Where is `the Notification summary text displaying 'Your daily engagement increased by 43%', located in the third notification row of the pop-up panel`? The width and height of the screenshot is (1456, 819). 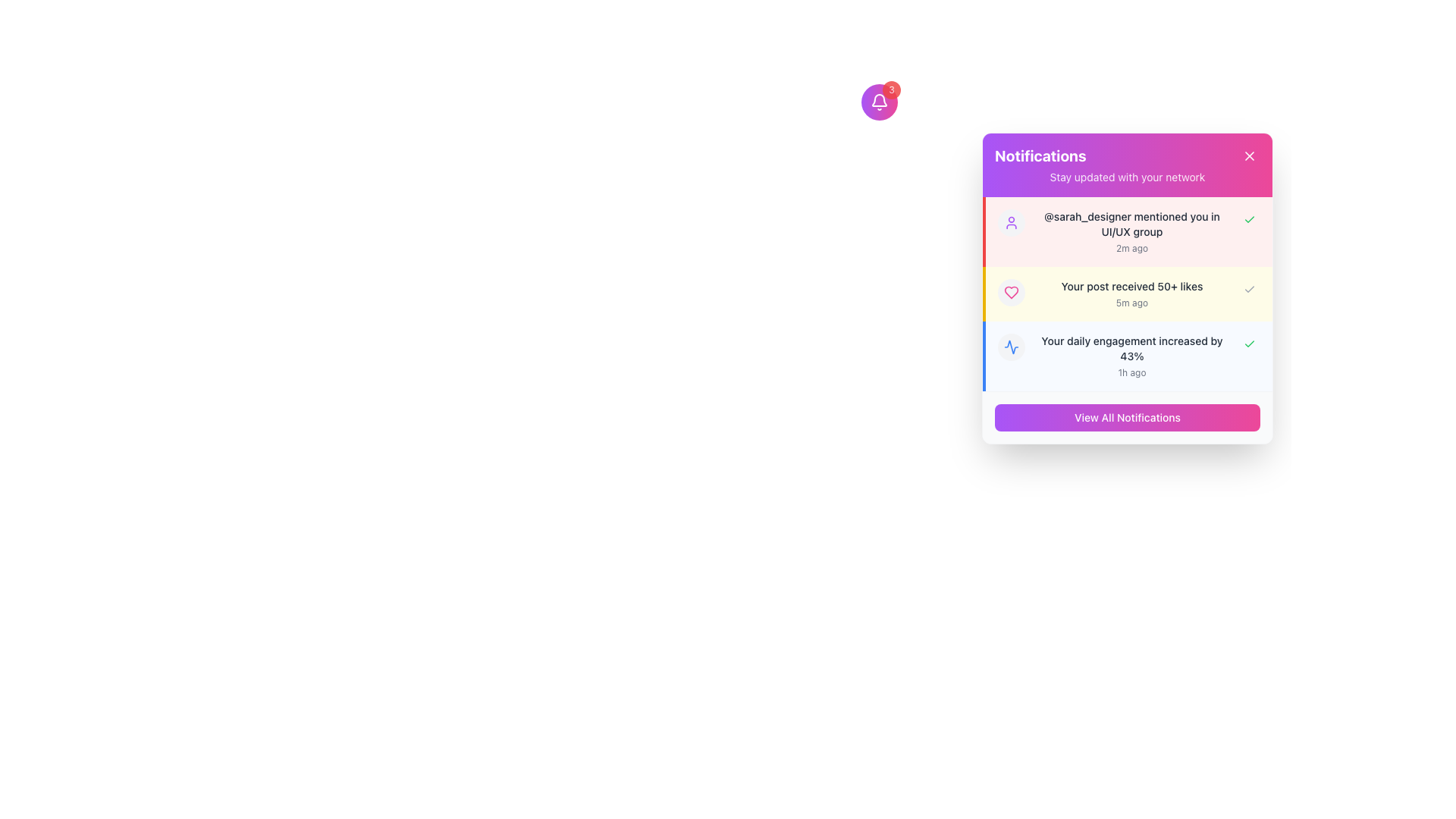 the Notification summary text displaying 'Your daily engagement increased by 43%', located in the third notification row of the pop-up panel is located at coordinates (1131, 356).